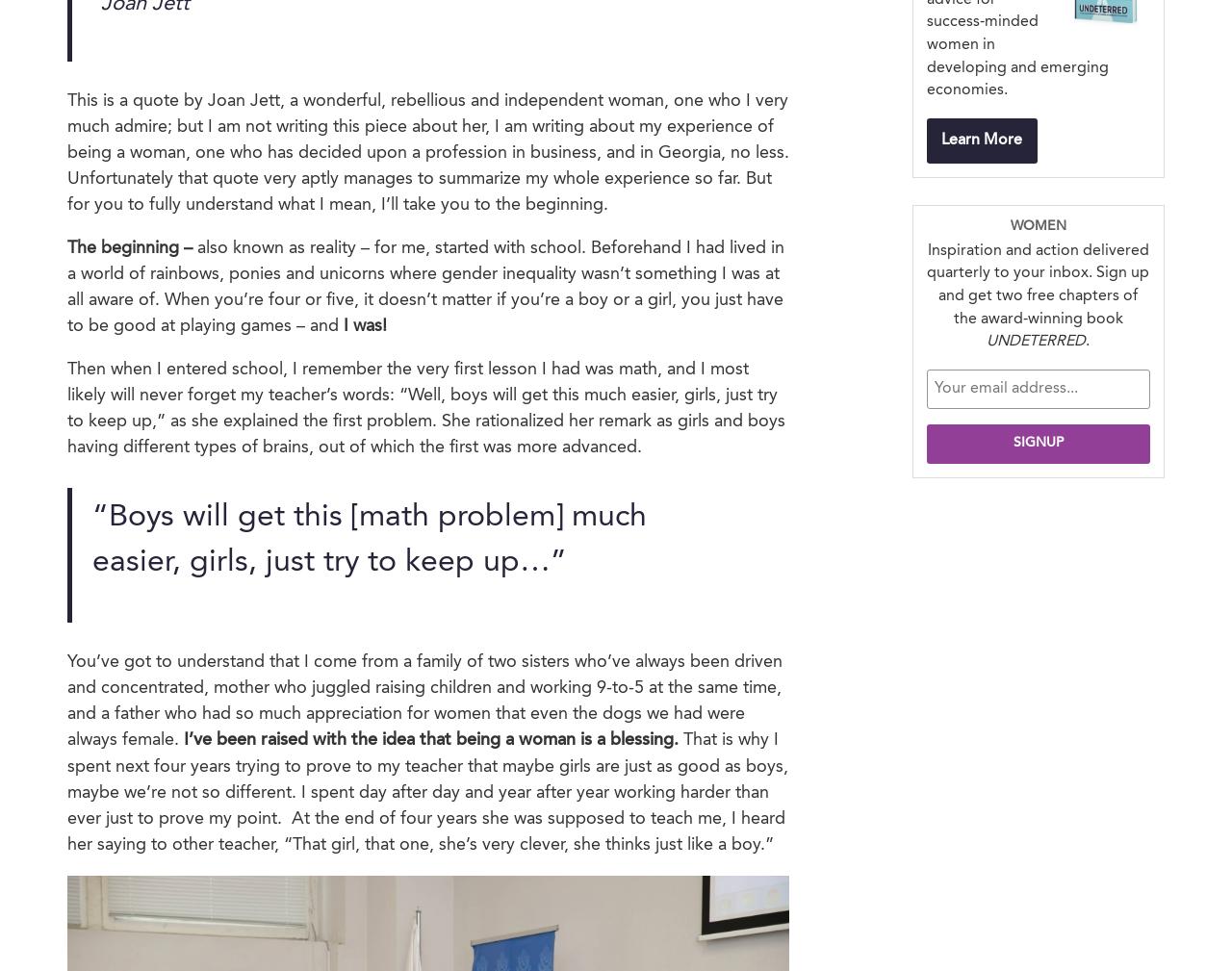  What do you see at coordinates (425, 406) in the screenshot?
I see `'Then when I entered school, I remember the very first lesson I had was math, and I most likely will never forget my teacher’s words: “Well, boys will get this much easier, girls, just try to keep up,” as she explained the first problem. She rationalized her remark as girls and boys having different types of brains, out of which the first was more advanced.'` at bounding box center [425, 406].